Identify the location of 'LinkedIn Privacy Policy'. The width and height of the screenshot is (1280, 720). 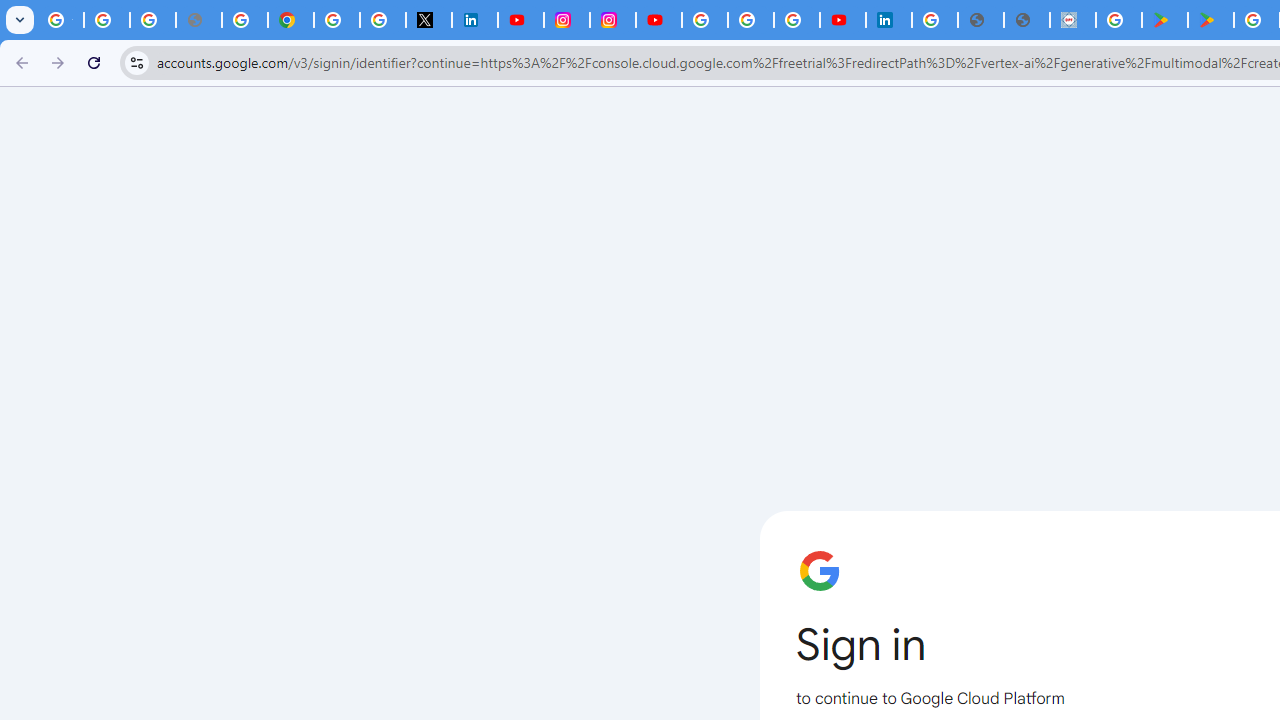
(473, 20).